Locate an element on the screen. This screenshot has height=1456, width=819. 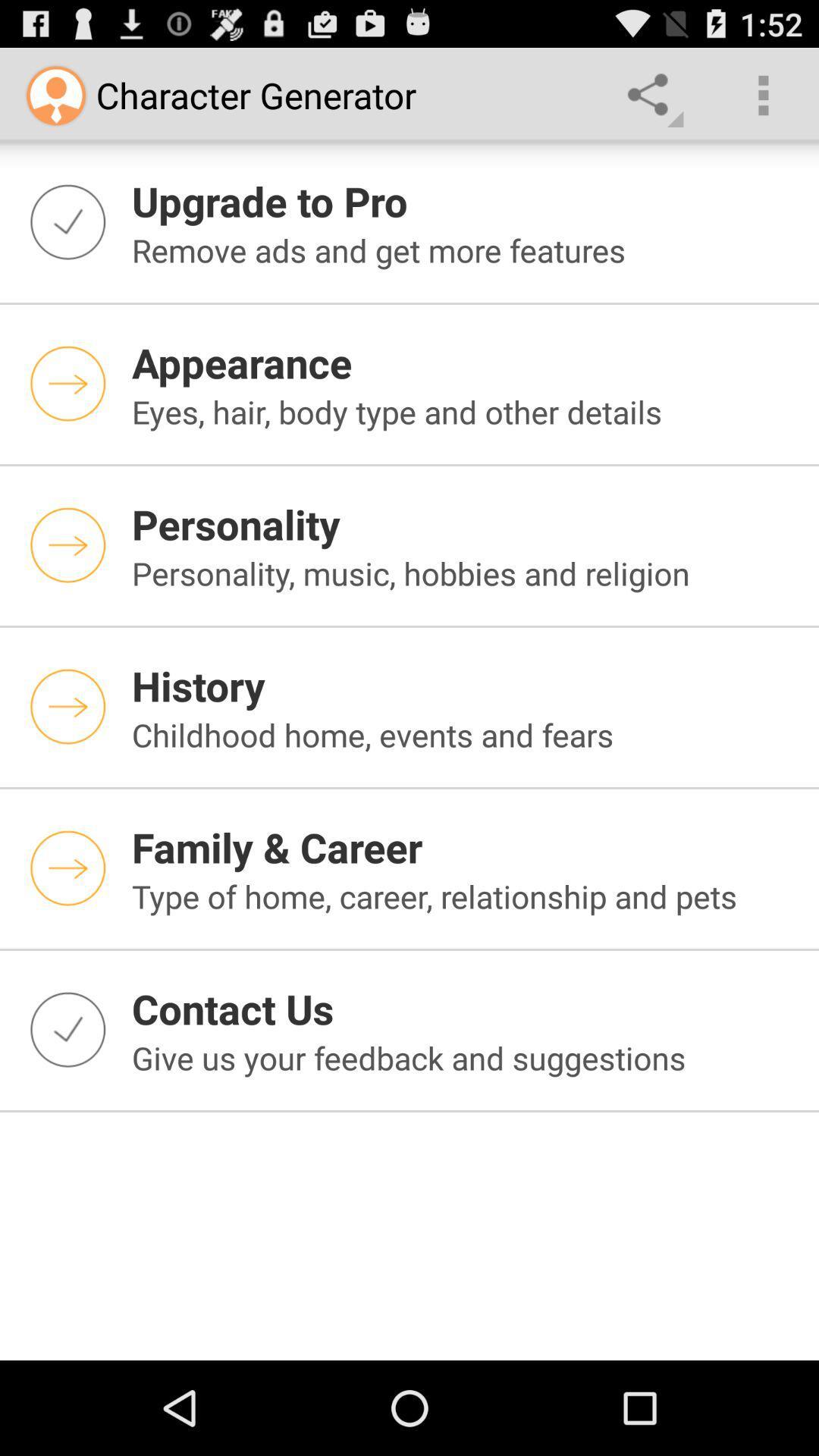
app above the childhood home events icon is located at coordinates (465, 685).